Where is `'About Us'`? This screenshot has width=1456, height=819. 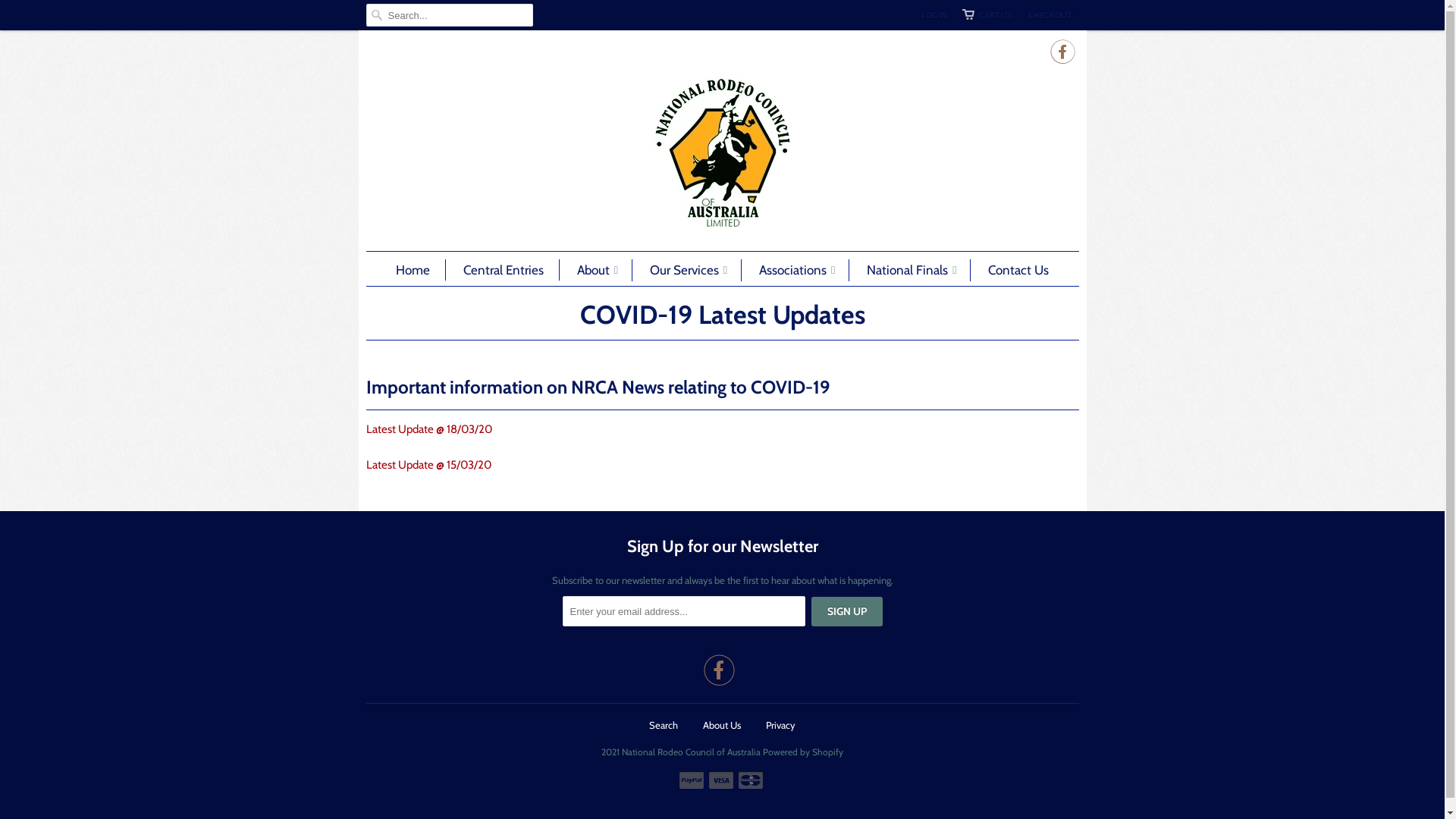 'About Us' is located at coordinates (720, 724).